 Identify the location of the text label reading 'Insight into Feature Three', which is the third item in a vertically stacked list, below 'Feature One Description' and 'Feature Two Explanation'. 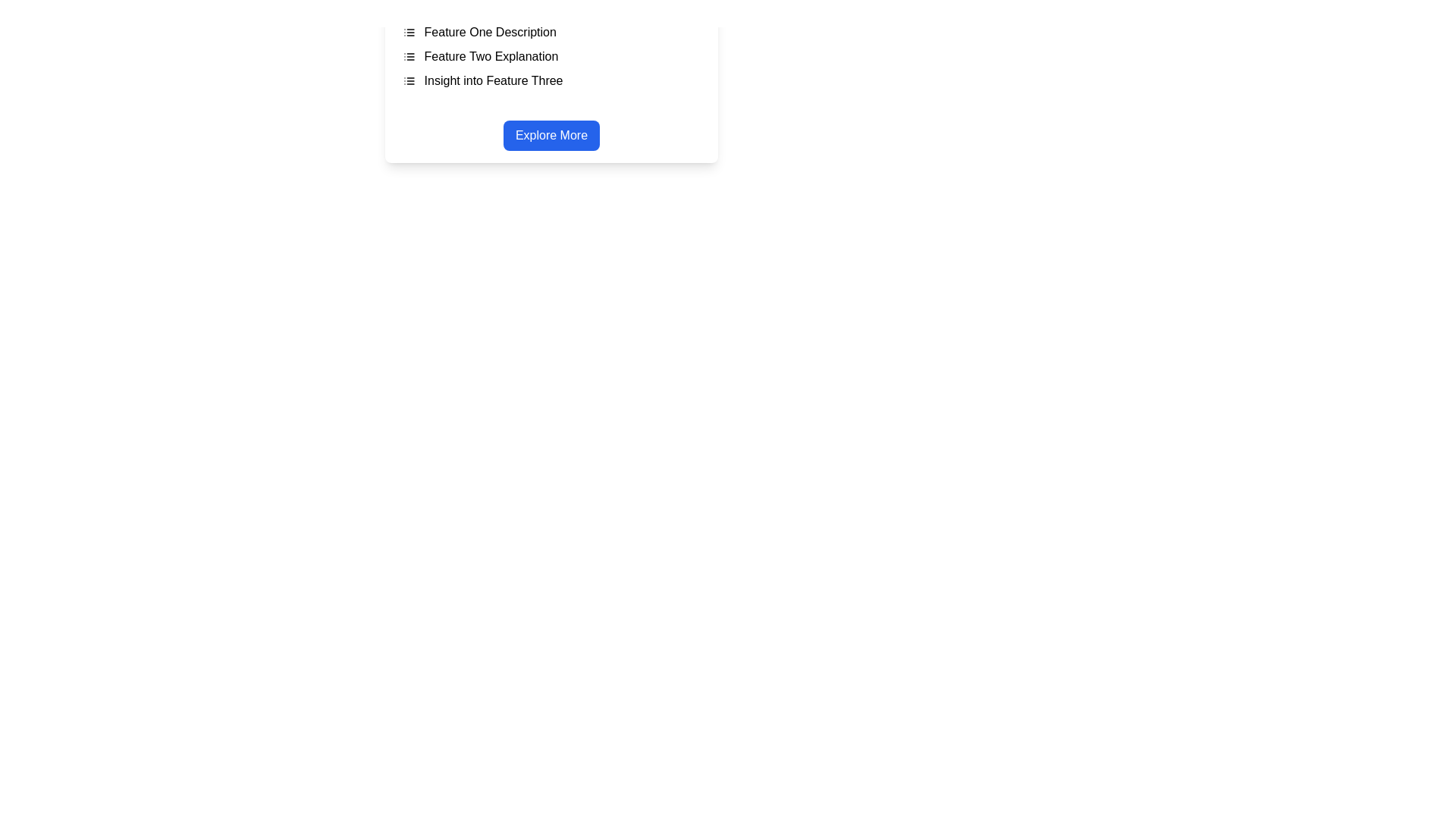
(494, 80).